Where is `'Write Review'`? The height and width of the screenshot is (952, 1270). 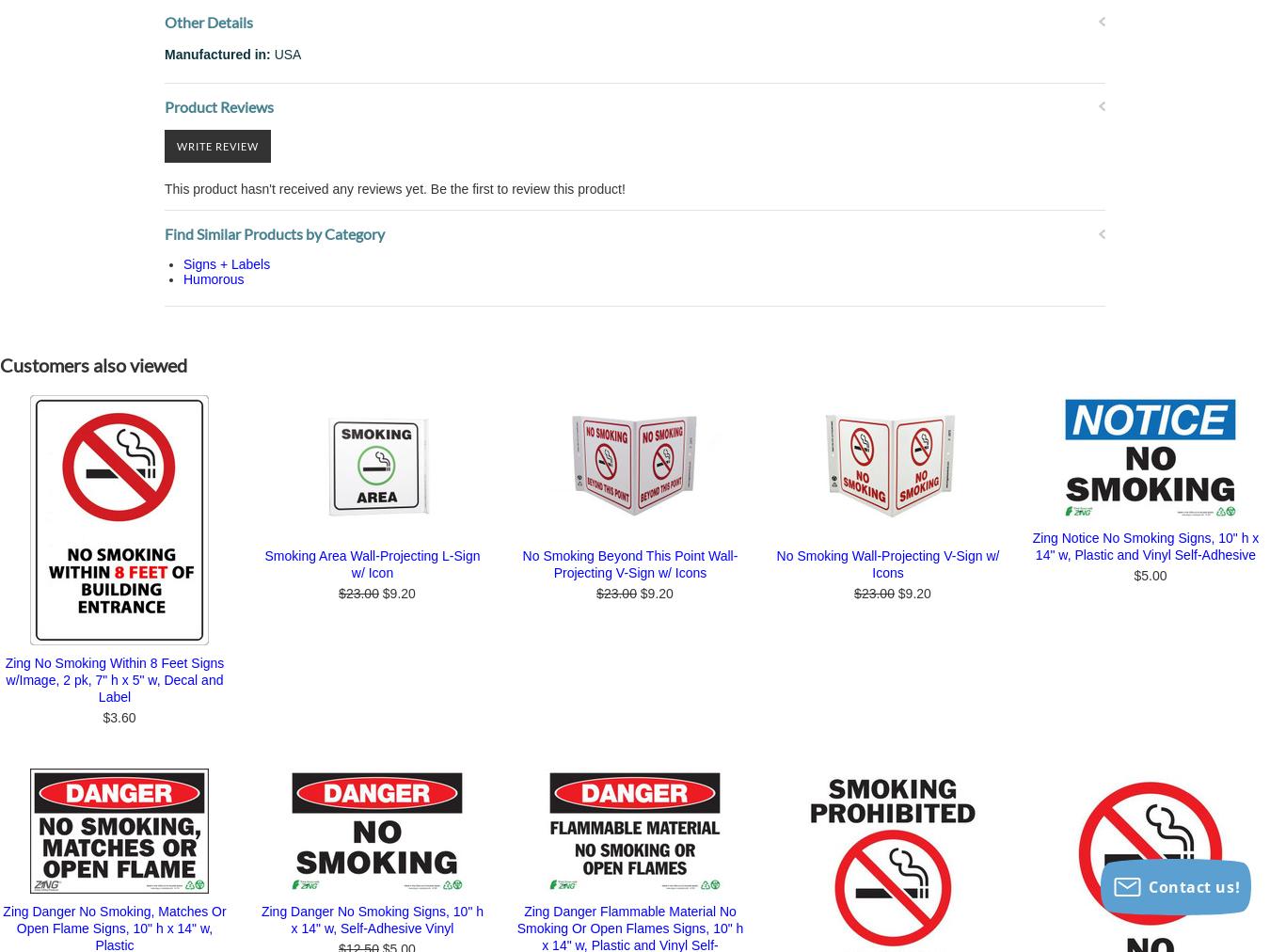
'Write Review' is located at coordinates (216, 145).